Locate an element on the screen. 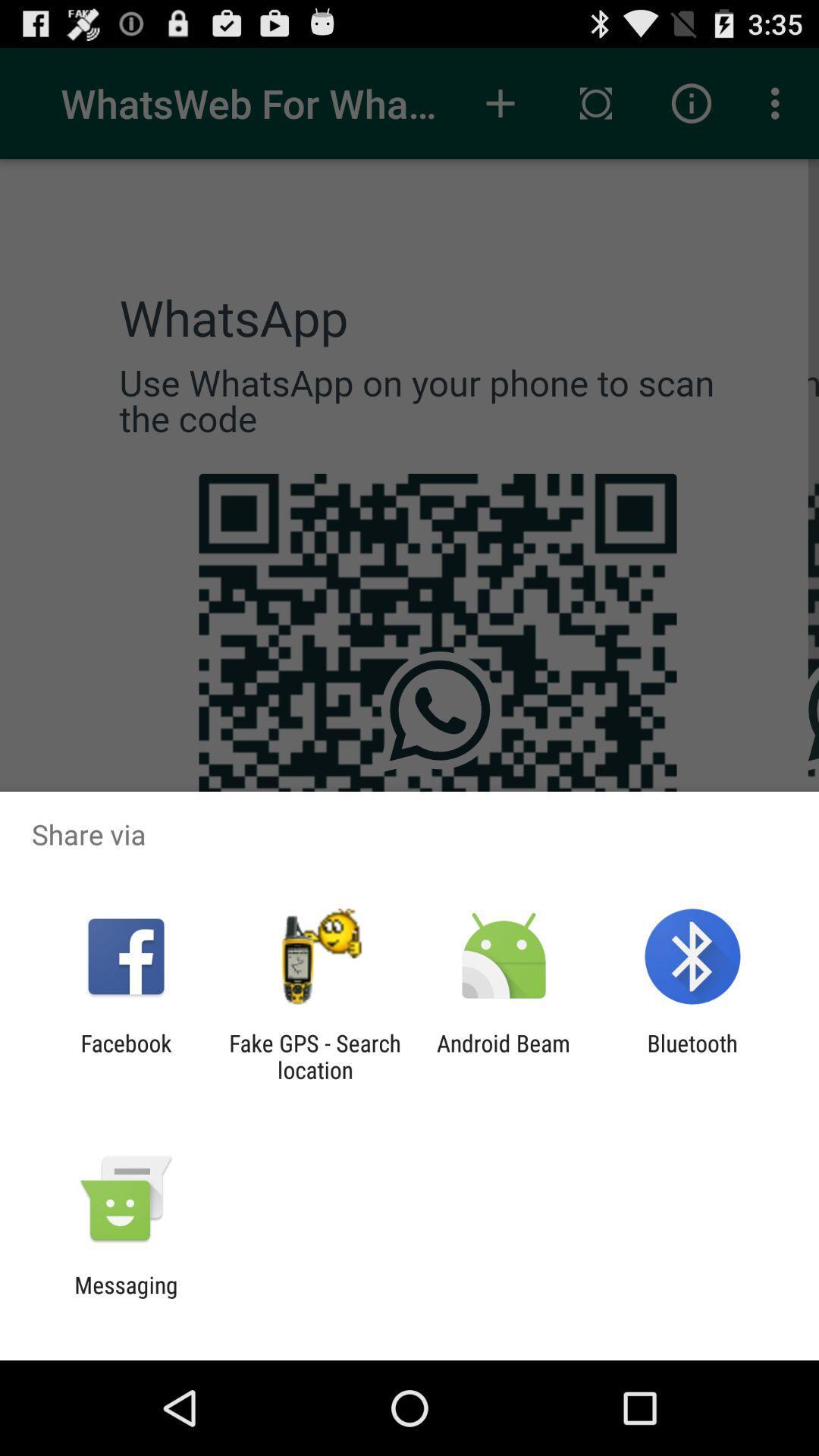 This screenshot has width=819, height=1456. the item to the right of facebook app is located at coordinates (314, 1056).